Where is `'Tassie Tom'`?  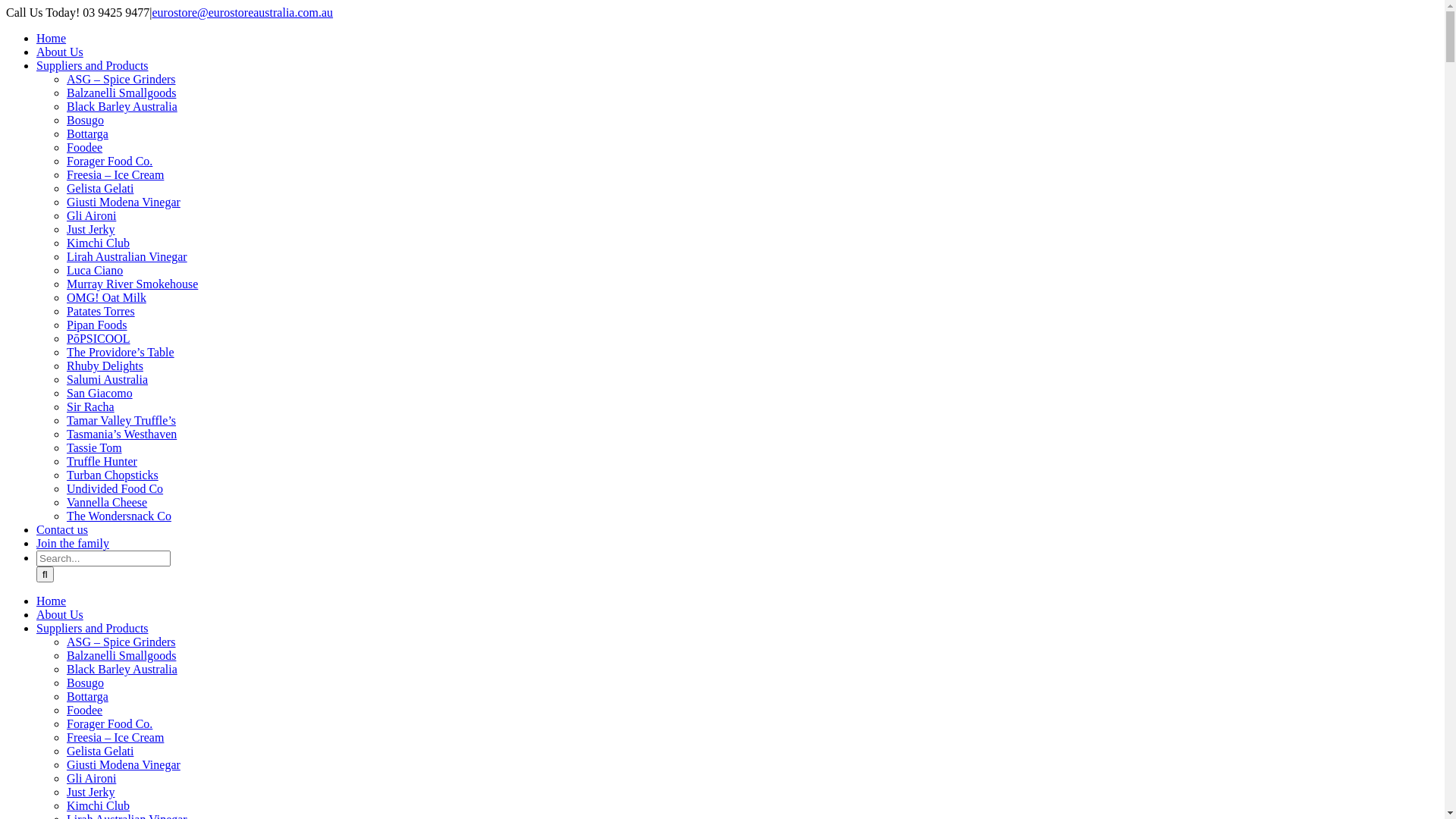
'Tassie Tom' is located at coordinates (93, 447).